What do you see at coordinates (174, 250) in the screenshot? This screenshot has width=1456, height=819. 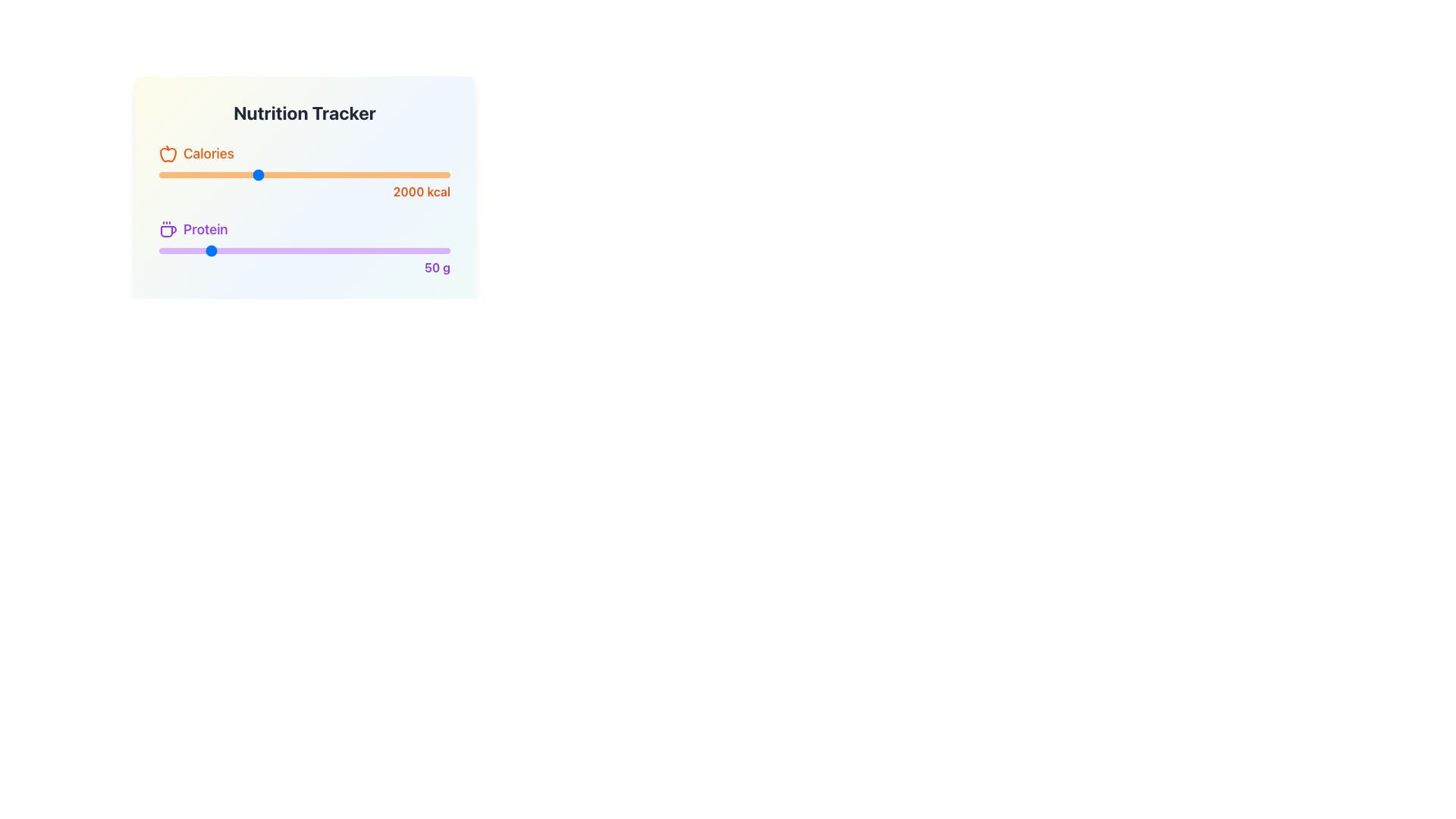 I see `protein quantity` at bounding box center [174, 250].